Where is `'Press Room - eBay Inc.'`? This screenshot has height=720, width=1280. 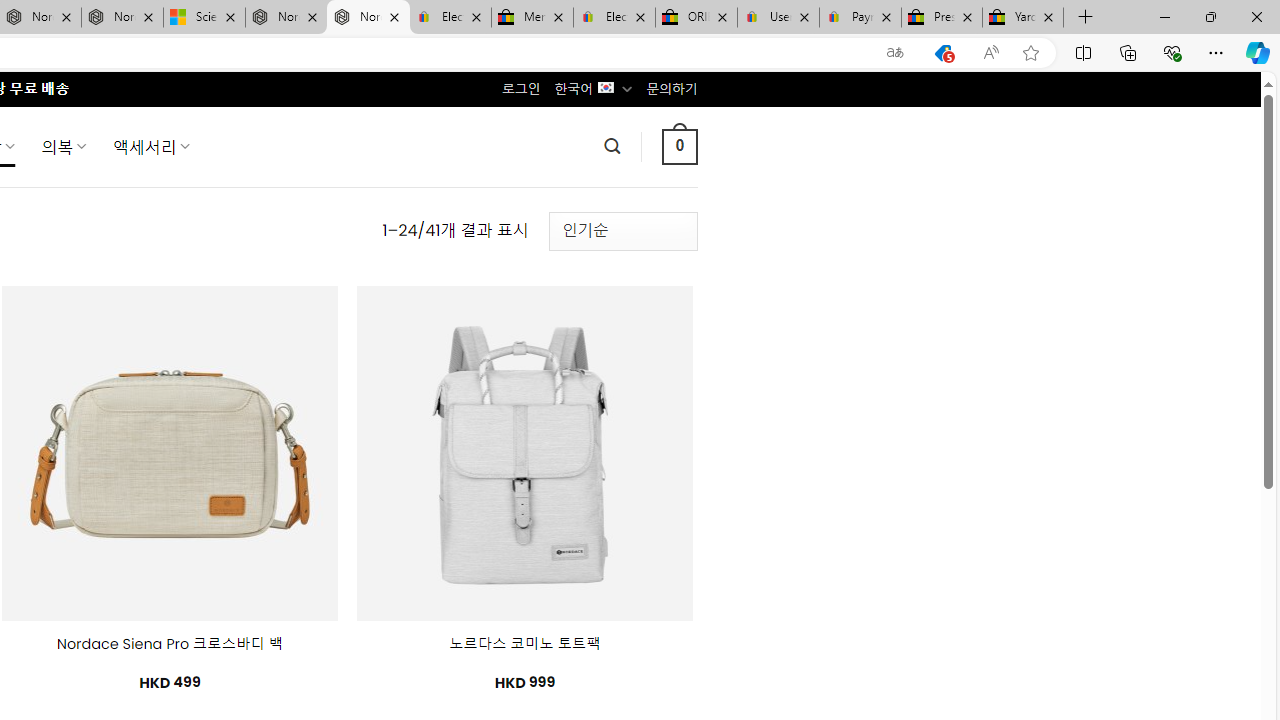
'Press Room - eBay Inc.' is located at coordinates (941, 17).